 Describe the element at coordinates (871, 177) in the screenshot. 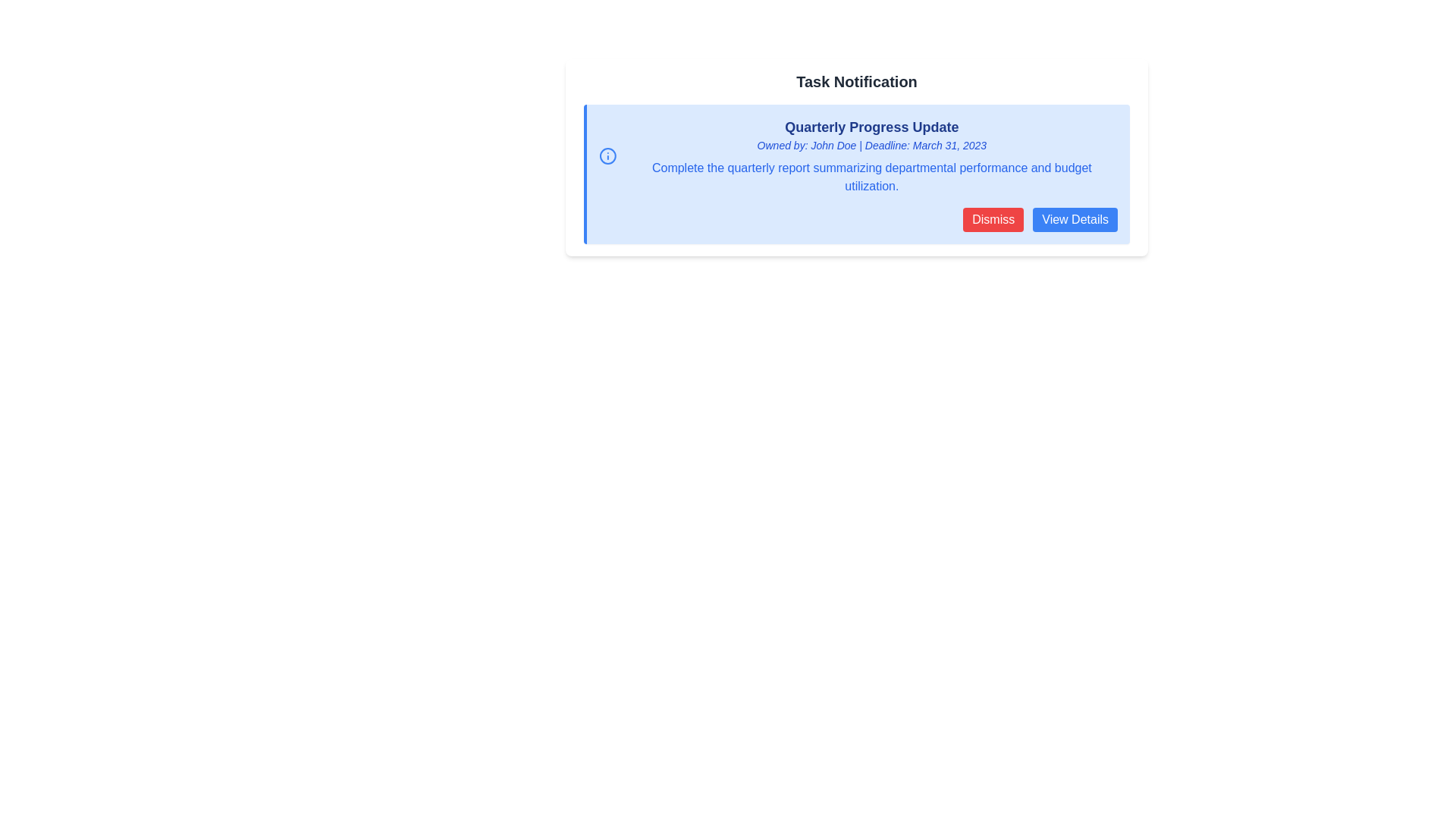

I see `the text label that provides task instructions, located beneath the subtitle 'Owned by: John Doe | Deadline: March 31, 2023' and above the buttons 'Dismiss' and 'View Details'` at that location.